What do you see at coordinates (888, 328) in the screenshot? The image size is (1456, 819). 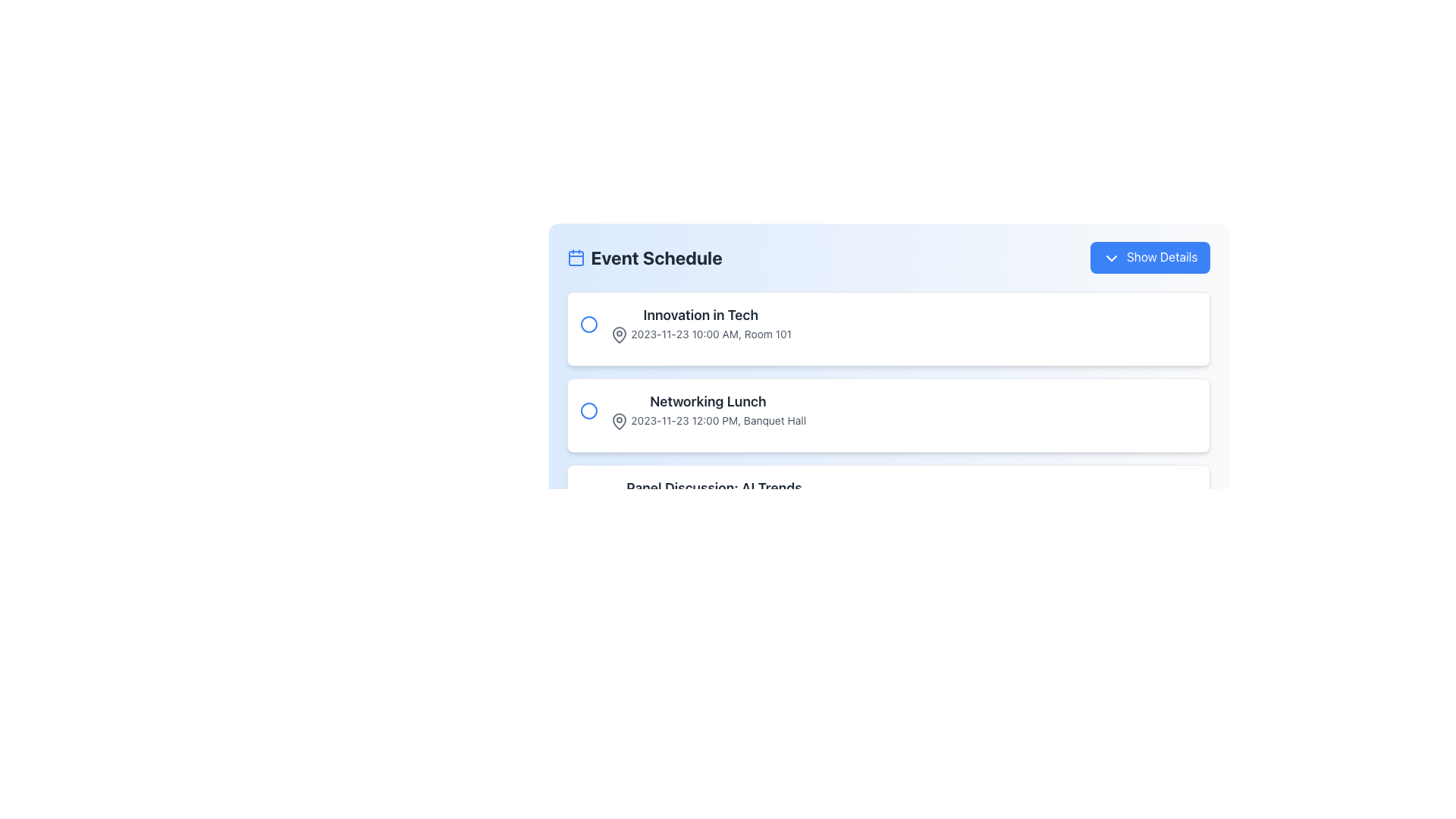 I see `the Informative Card at the top of the Event Schedule section` at bounding box center [888, 328].